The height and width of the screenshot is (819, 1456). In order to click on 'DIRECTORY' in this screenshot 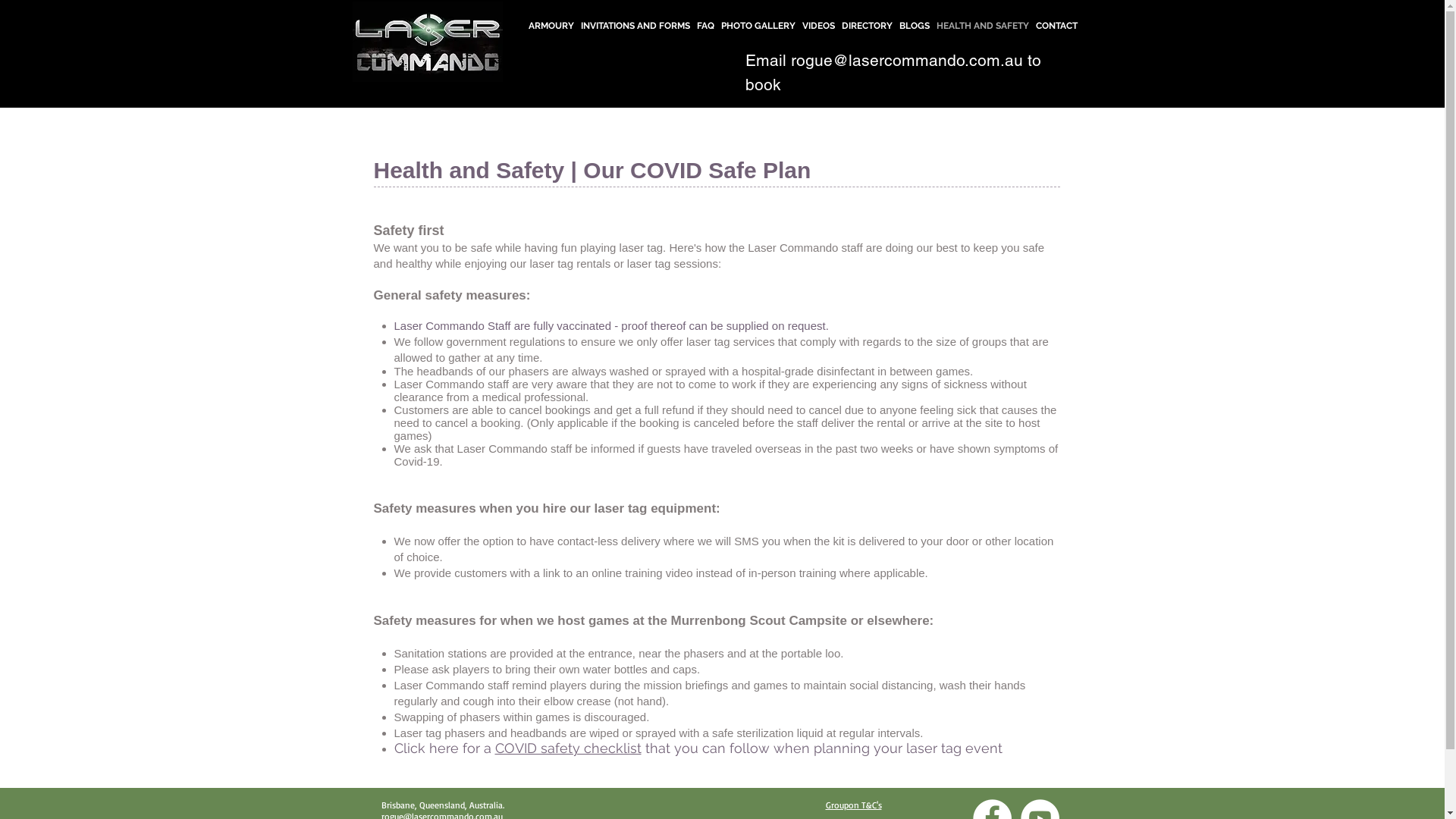, I will do `click(867, 26)`.